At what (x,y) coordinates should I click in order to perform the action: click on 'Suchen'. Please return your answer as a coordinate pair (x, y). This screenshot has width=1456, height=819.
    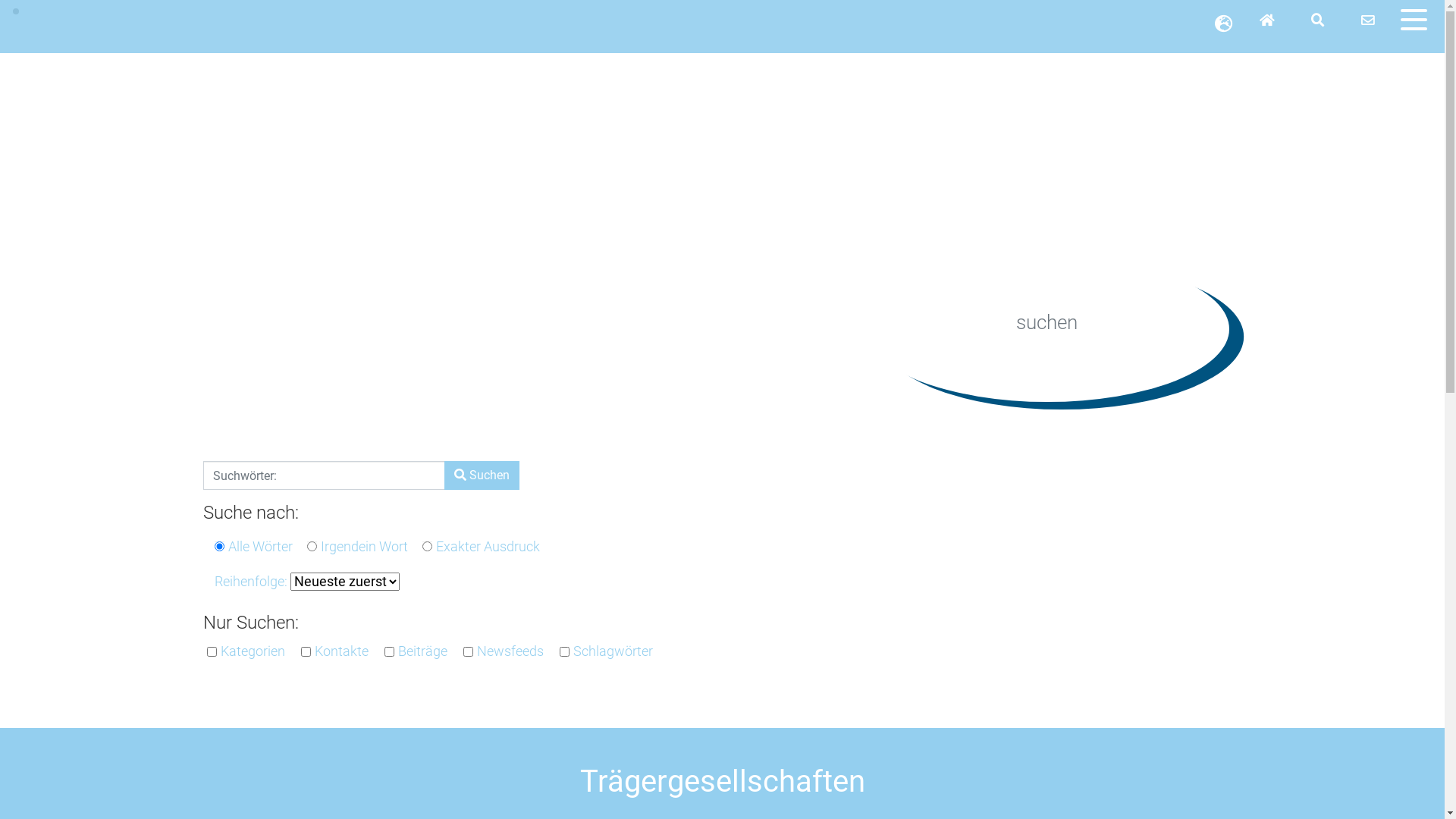
    Looking at the image, I should click on (481, 475).